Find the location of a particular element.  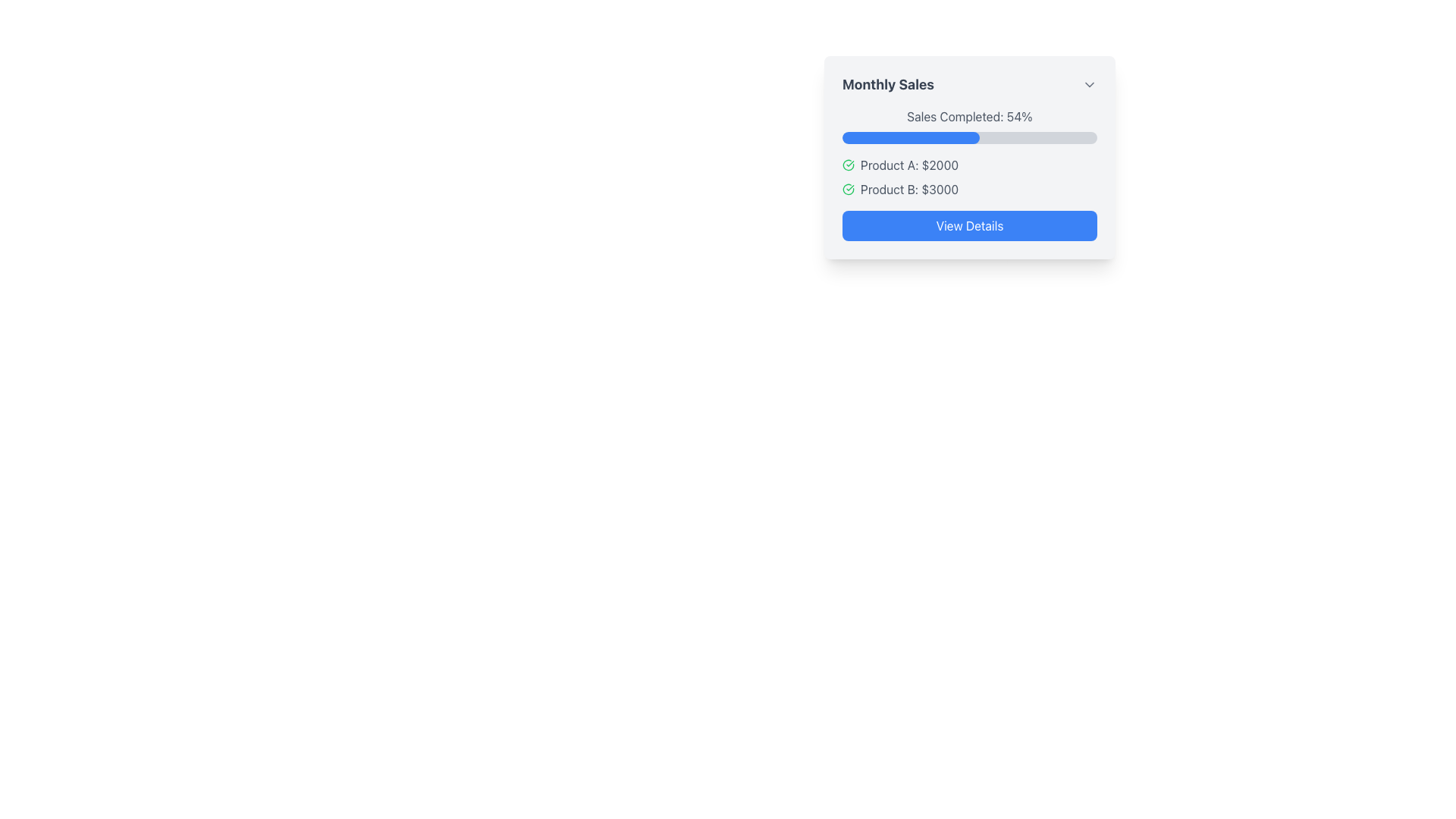

the text label displaying 'Product A' and its price '$2000' located in the second row of the product list under the 'Monthly Sales' section is located at coordinates (909, 165).